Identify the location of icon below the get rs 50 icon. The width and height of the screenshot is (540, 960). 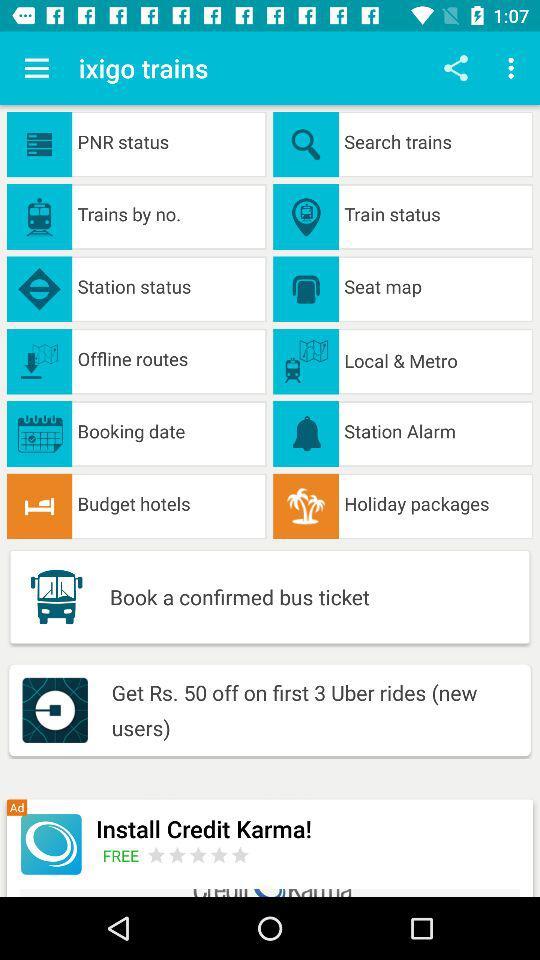
(308, 828).